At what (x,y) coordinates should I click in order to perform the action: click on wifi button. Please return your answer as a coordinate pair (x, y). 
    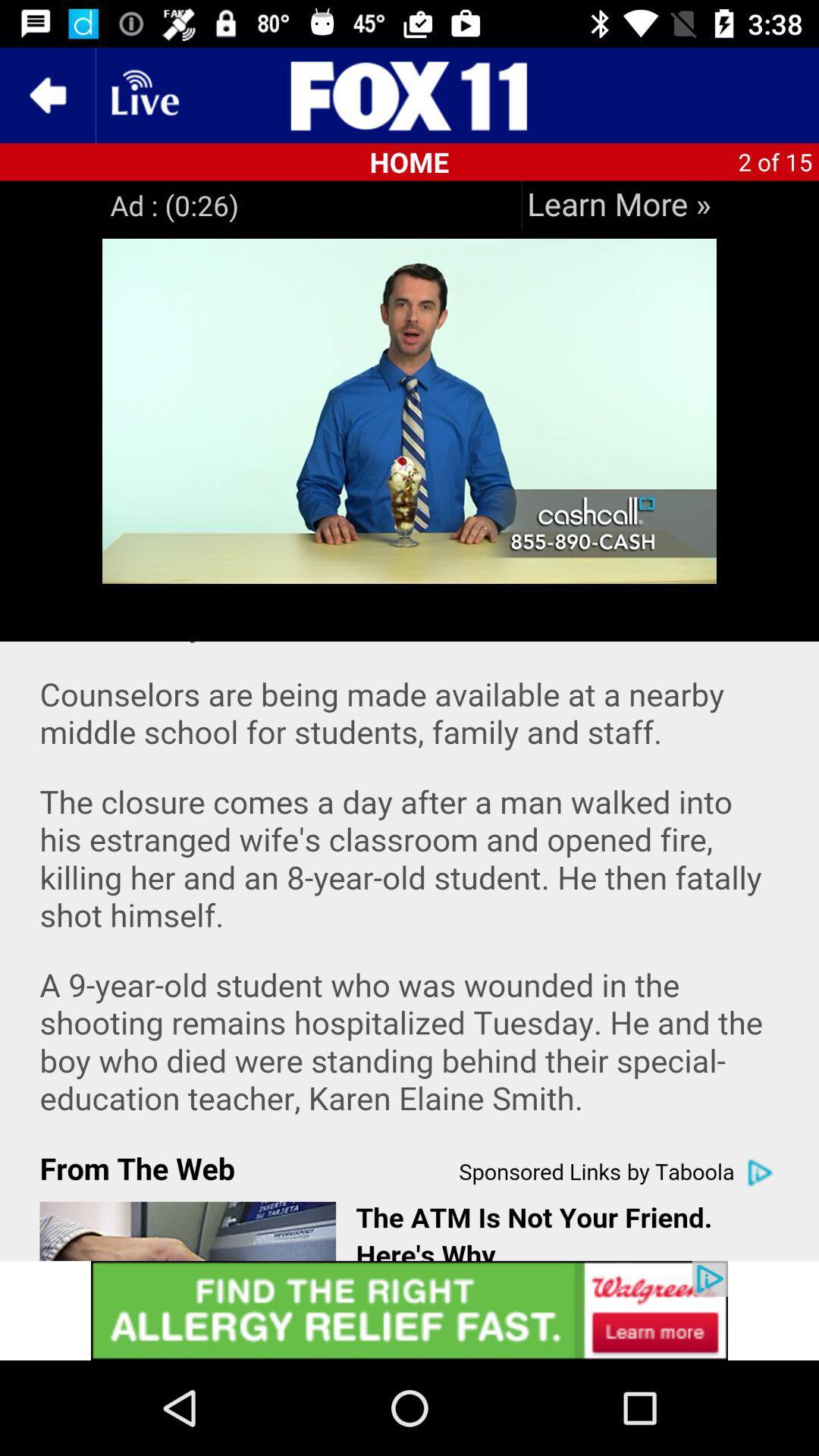
    Looking at the image, I should click on (143, 94).